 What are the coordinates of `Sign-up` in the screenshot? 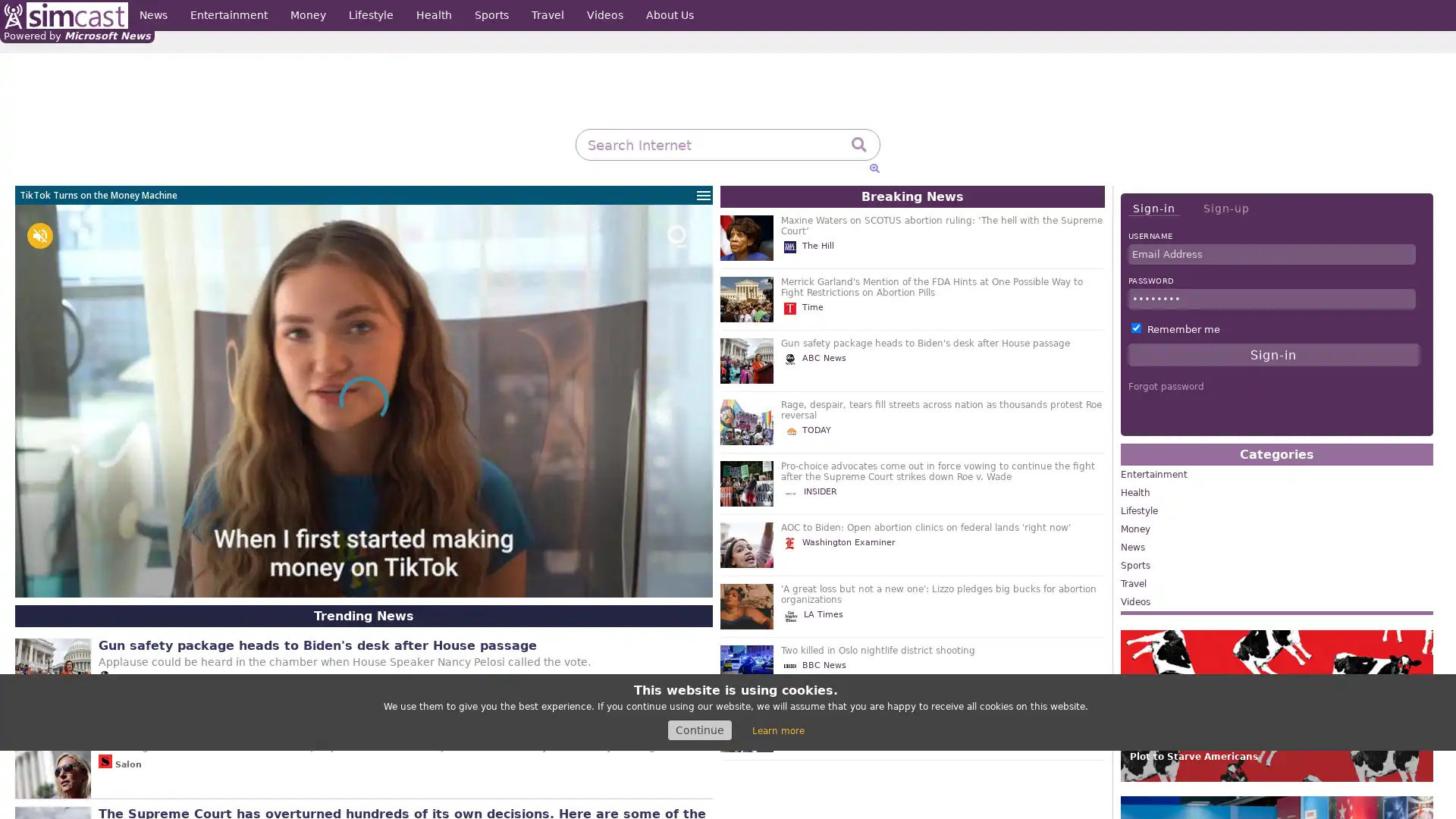 It's located at (1225, 208).